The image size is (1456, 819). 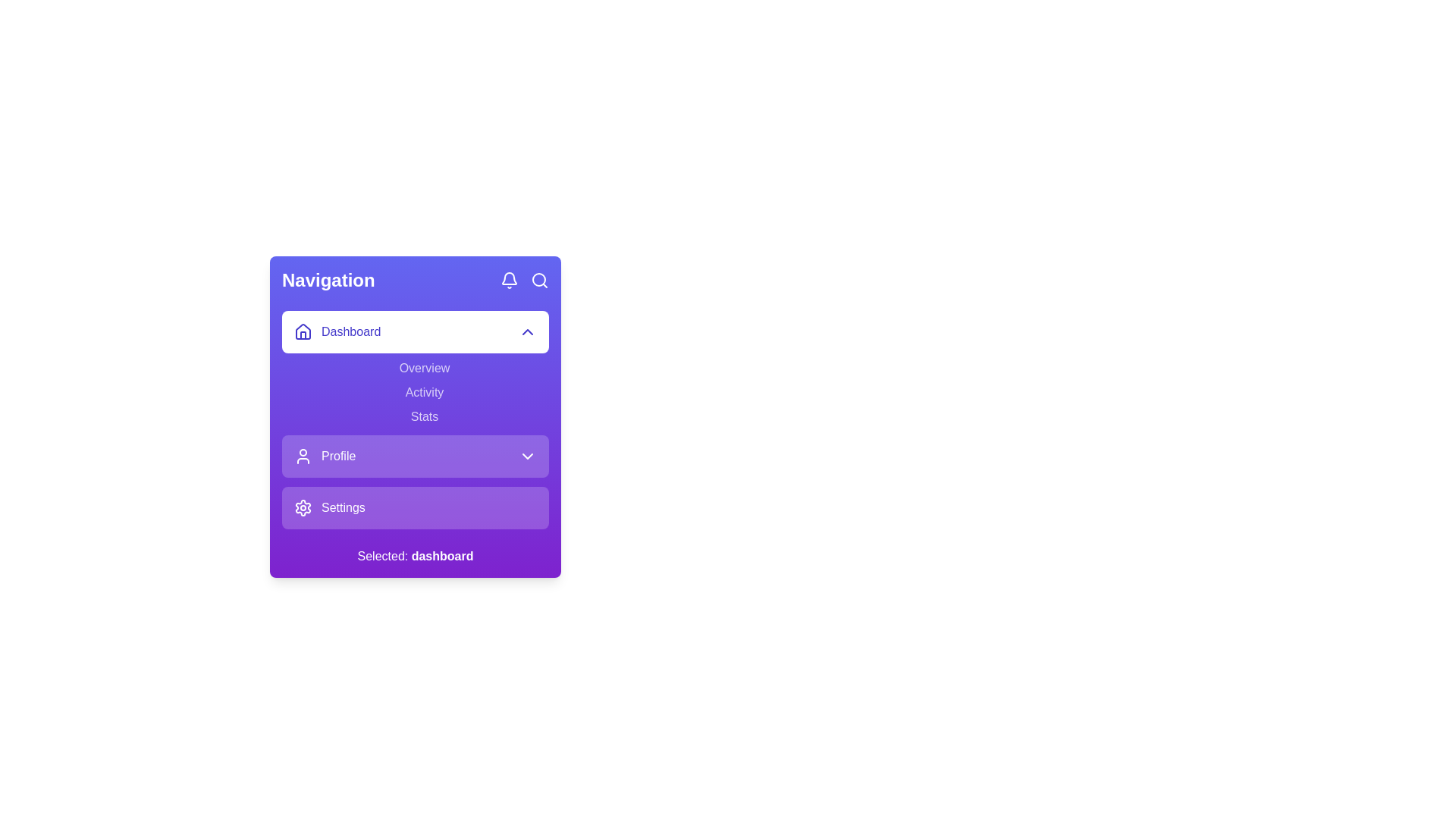 What do you see at coordinates (303, 508) in the screenshot?
I see `the gear-shaped icon with a purple background located in the settings section of the navigation sidebar, positioned to the left of the text 'Settings'` at bounding box center [303, 508].